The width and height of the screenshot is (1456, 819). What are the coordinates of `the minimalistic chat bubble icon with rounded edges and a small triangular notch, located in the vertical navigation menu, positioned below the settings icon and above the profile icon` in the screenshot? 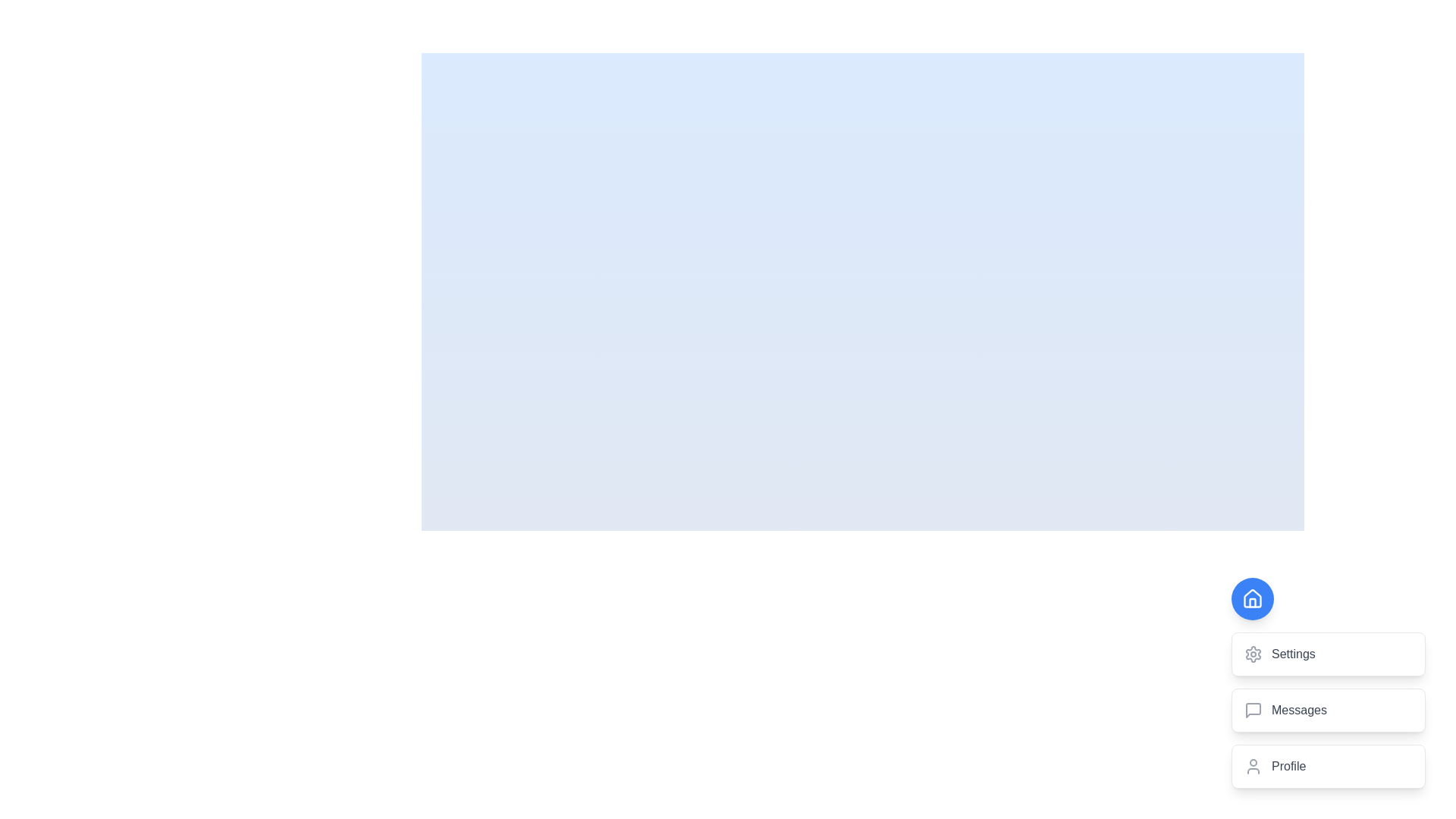 It's located at (1253, 711).